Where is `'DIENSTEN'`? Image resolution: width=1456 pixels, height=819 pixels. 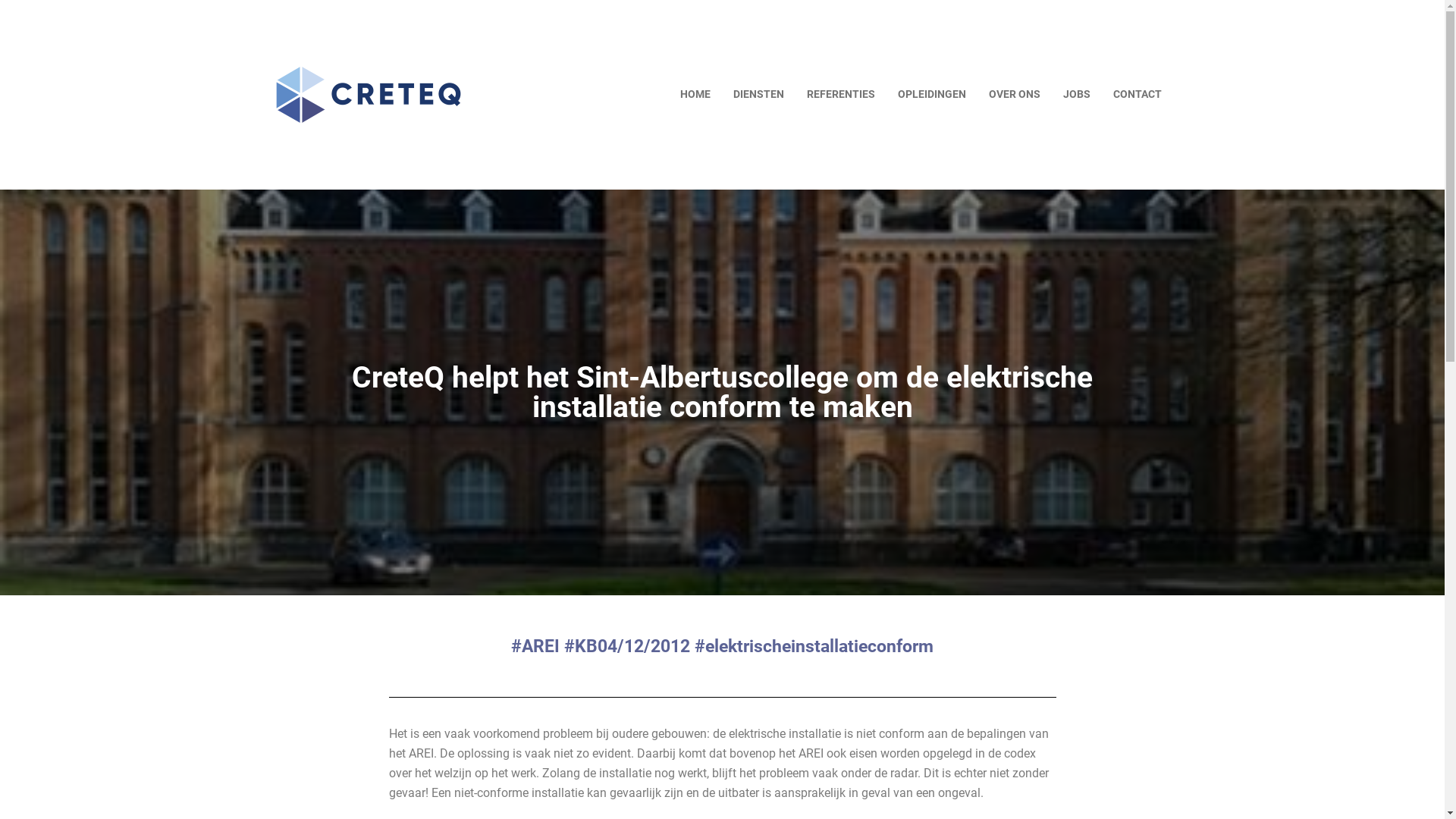
'DIENSTEN' is located at coordinates (758, 94).